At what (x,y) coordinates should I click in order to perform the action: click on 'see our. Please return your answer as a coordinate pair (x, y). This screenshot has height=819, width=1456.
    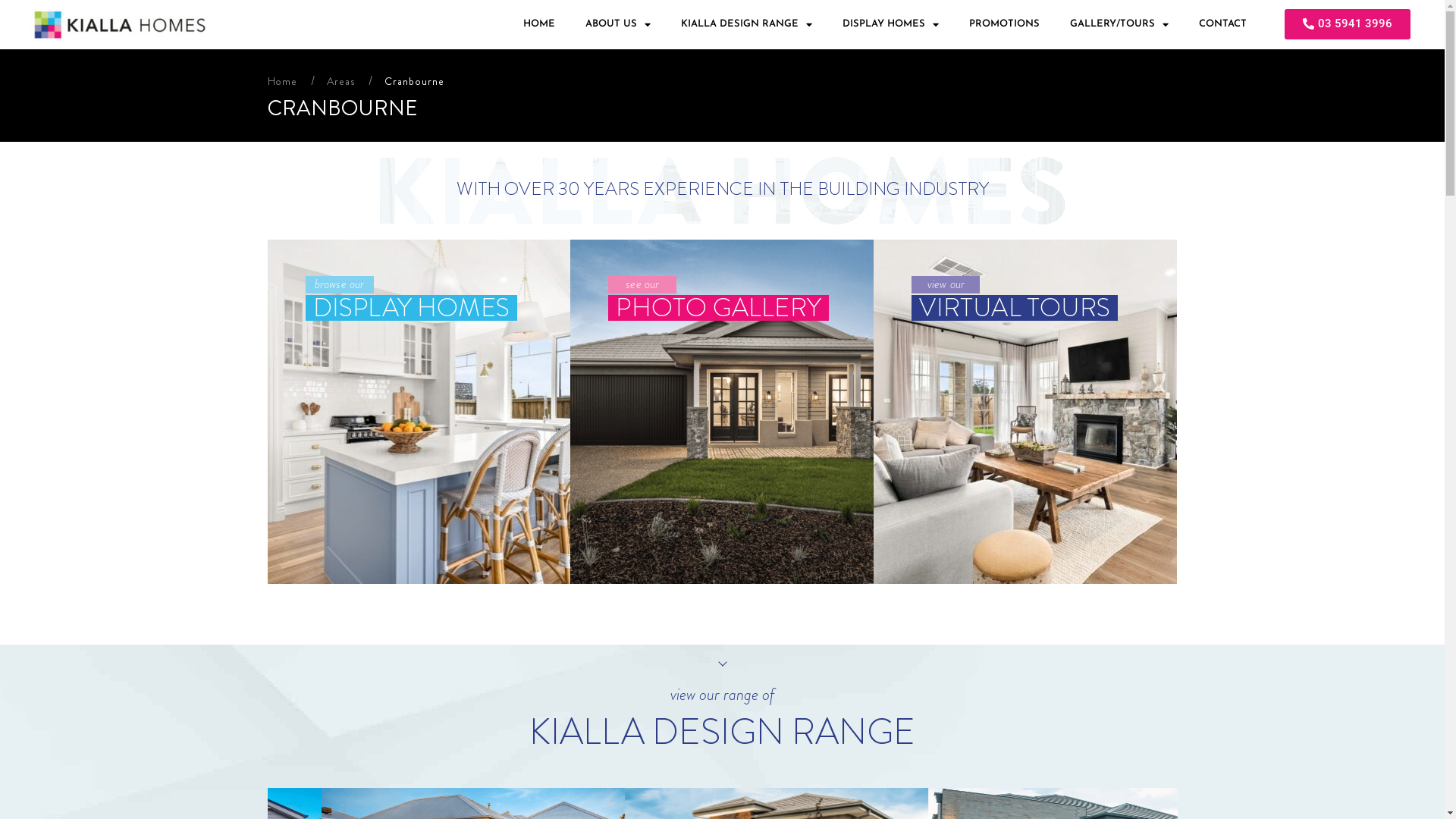
    Looking at the image, I should click on (720, 412).